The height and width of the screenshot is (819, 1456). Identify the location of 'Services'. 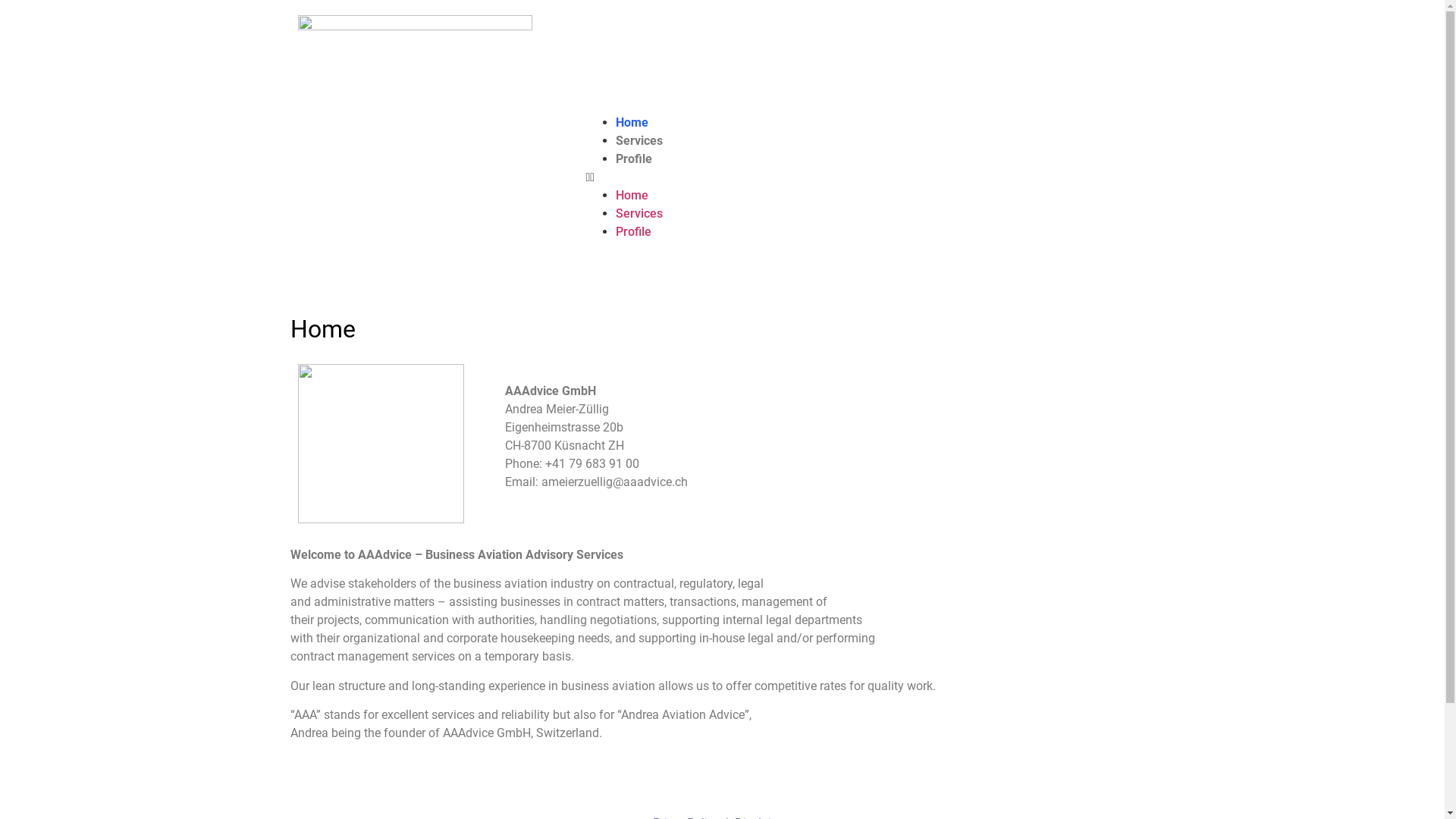
(639, 140).